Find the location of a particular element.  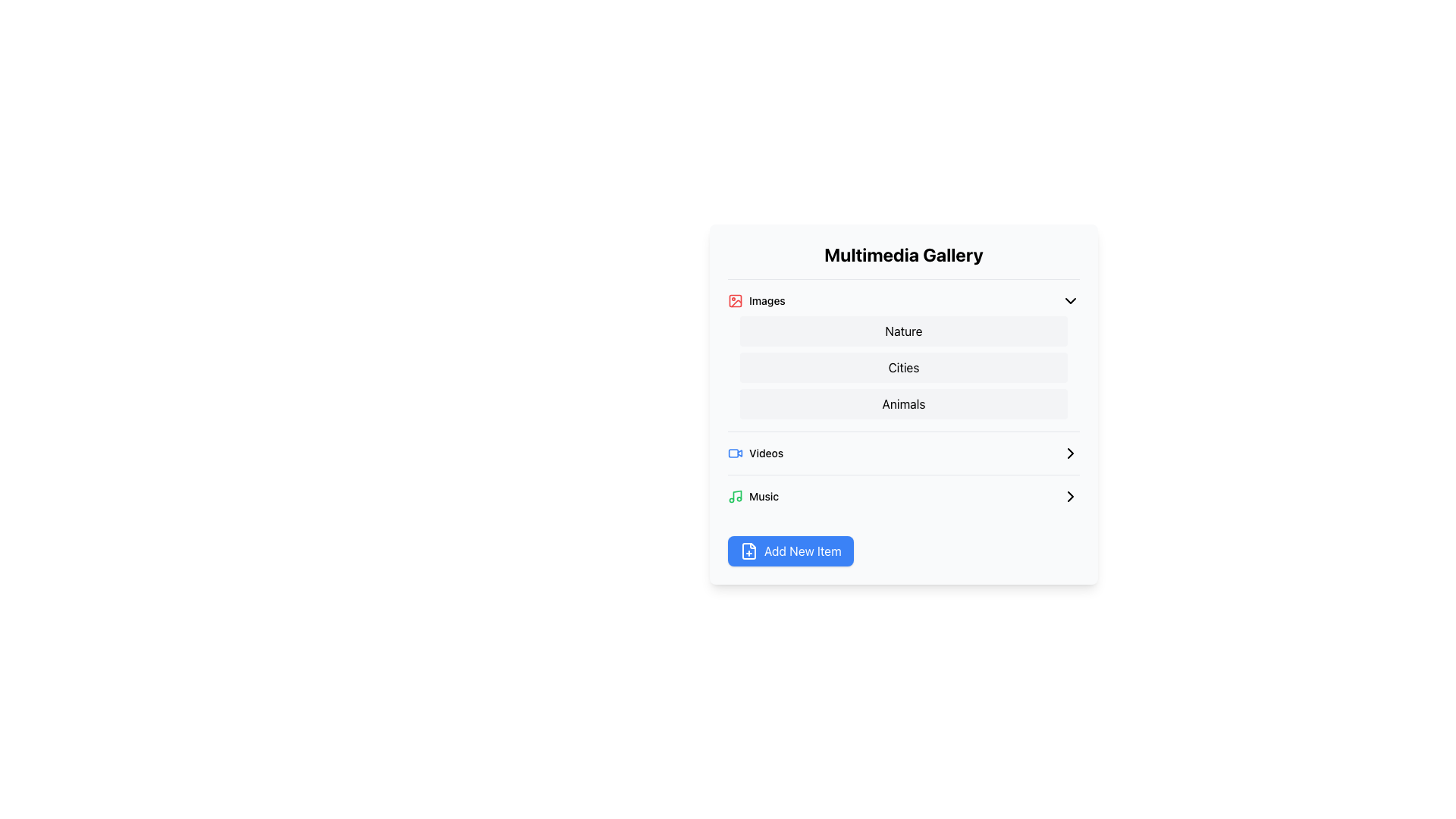

the selectable button for 'Animals' located in the Multimedia Gallery under the Images section, which is the third item in the list is located at coordinates (903, 403).